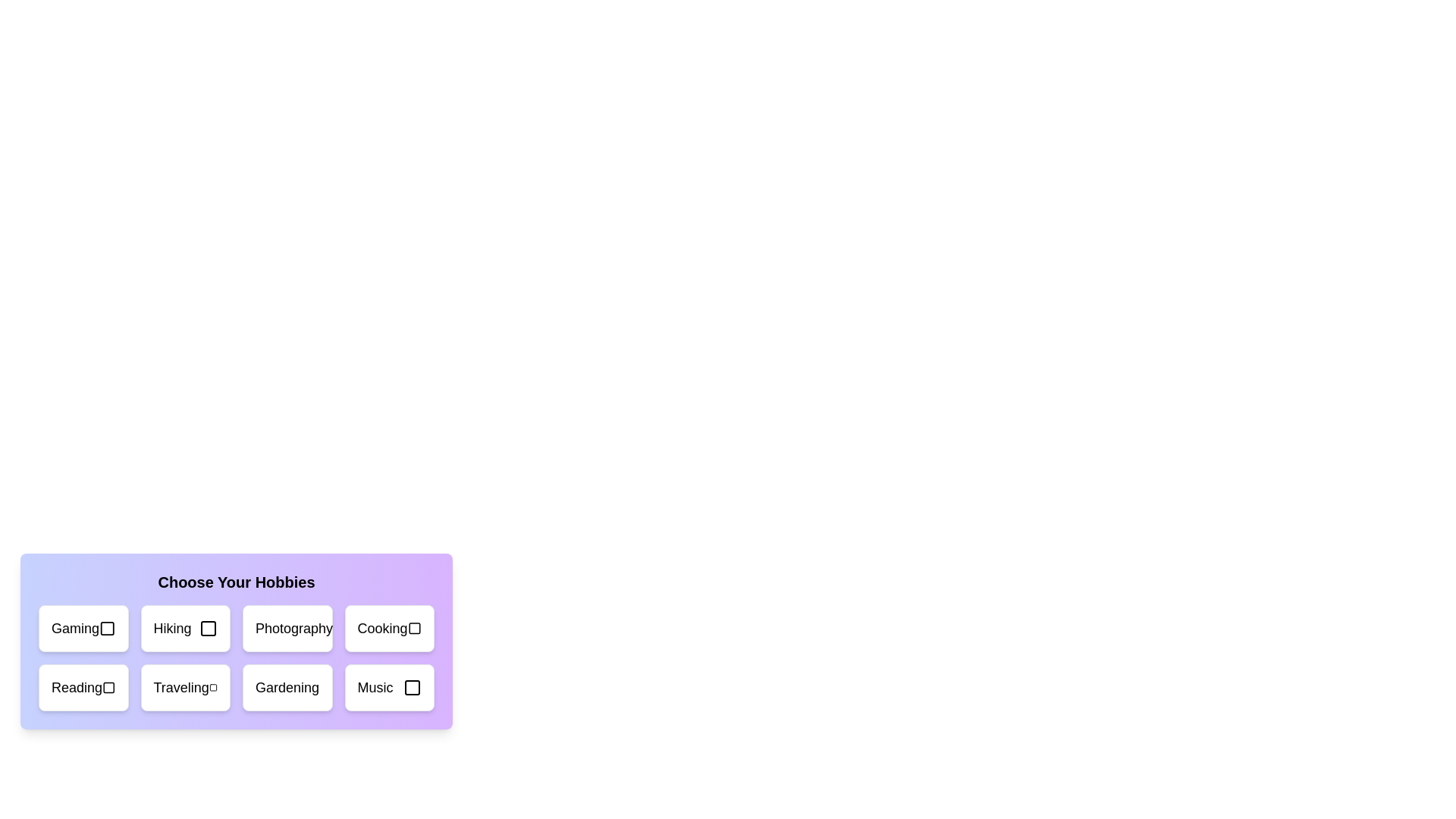 This screenshot has height=819, width=1456. I want to click on the hobby card labeled Gardening, so click(287, 687).